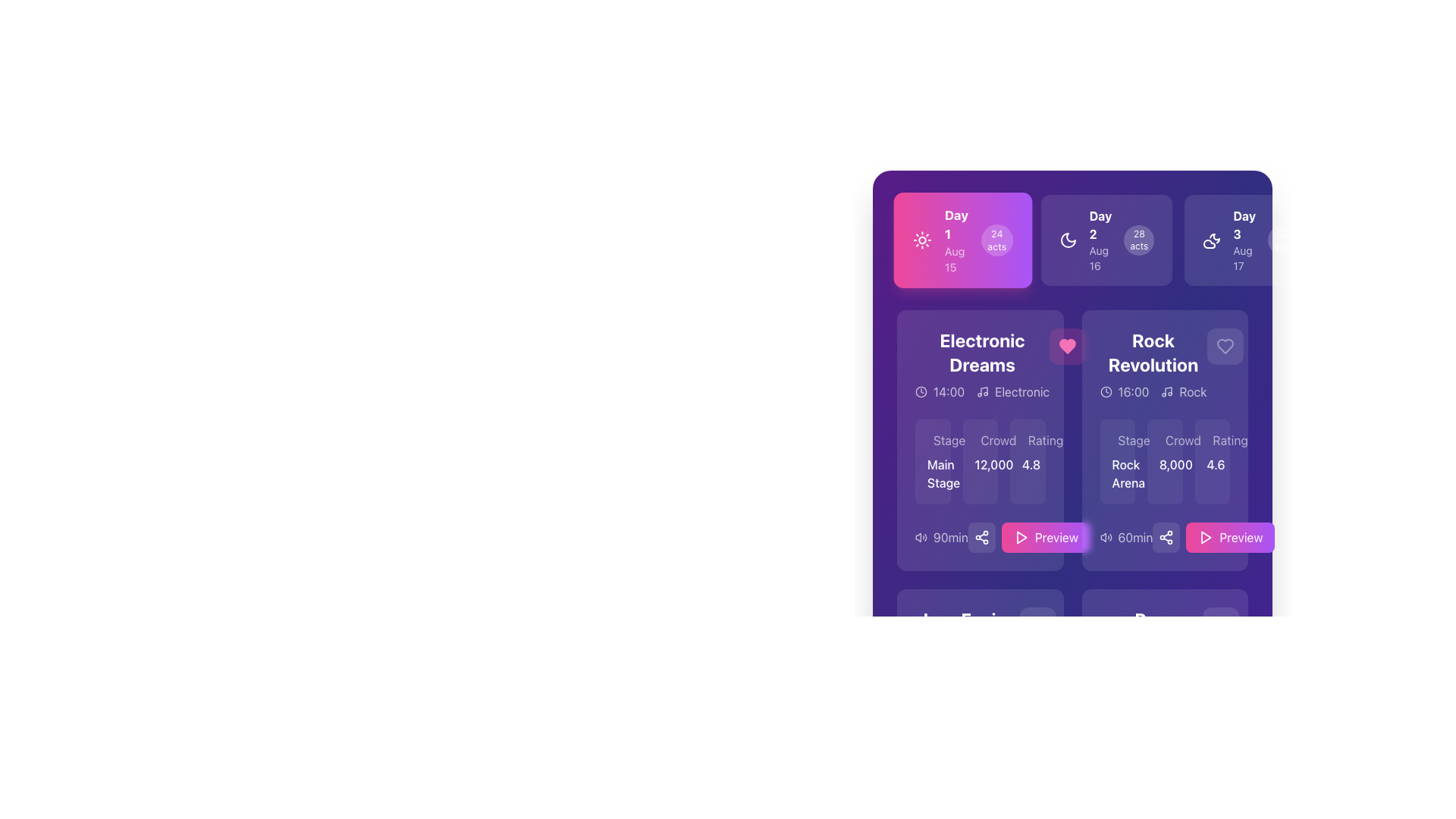 This screenshot has width=1456, height=819. What do you see at coordinates (1225, 346) in the screenshot?
I see `the heart-shaped icon with a hollow outline in the upper-right corner of the 'Rock Revolution' panel` at bounding box center [1225, 346].